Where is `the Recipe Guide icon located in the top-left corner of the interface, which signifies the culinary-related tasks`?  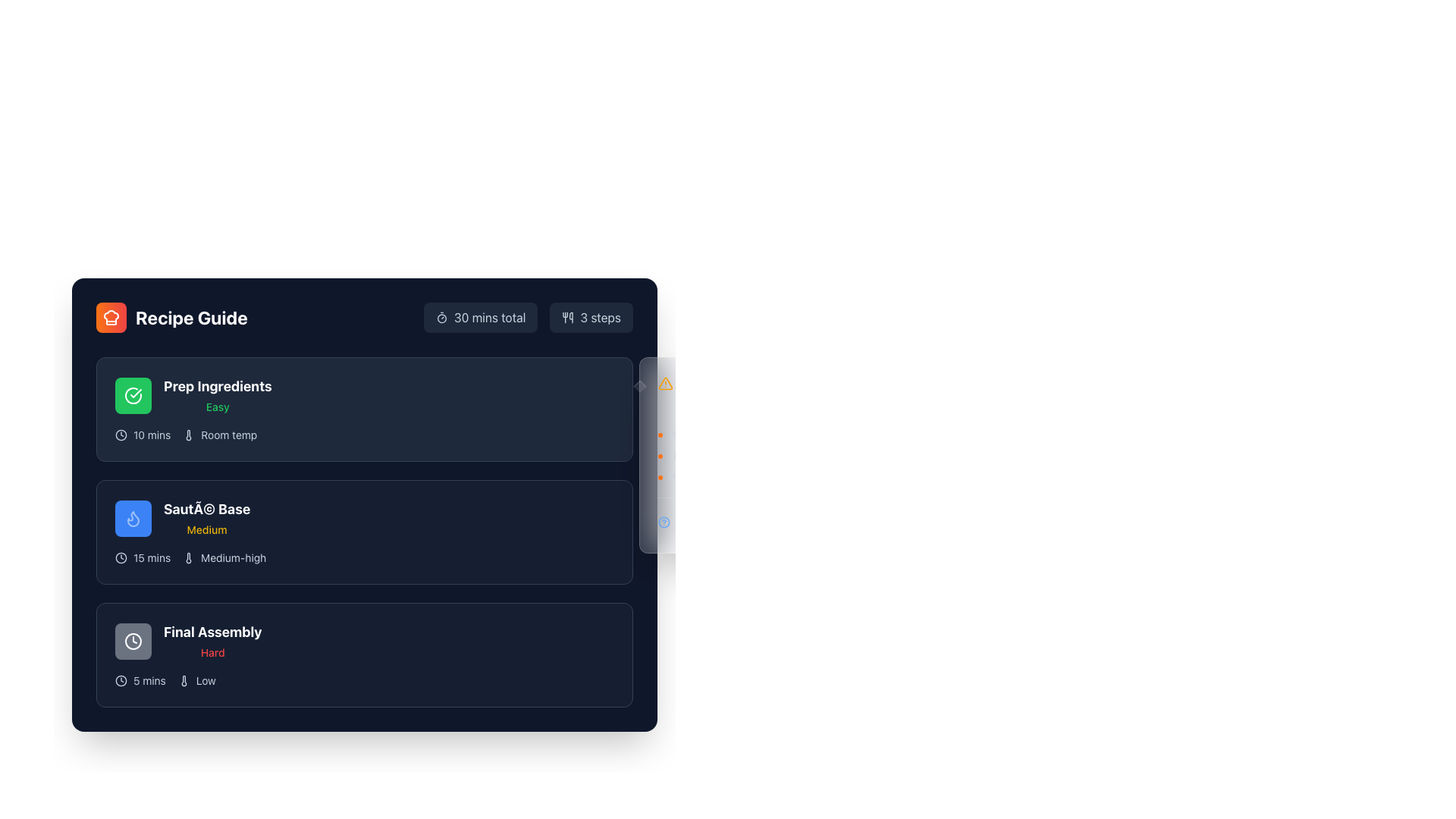 the Recipe Guide icon located in the top-left corner of the interface, which signifies the culinary-related tasks is located at coordinates (111, 317).